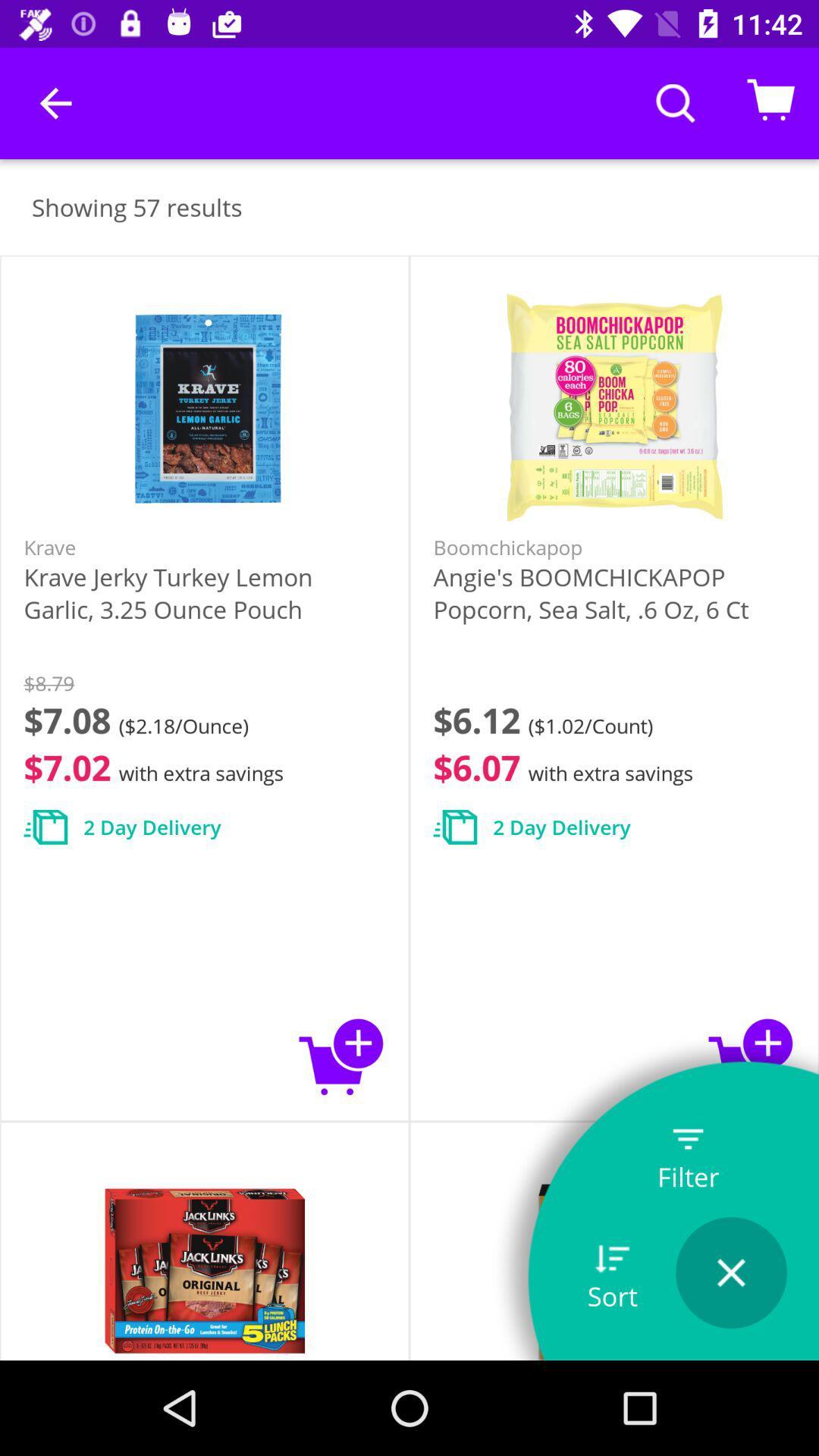 This screenshot has width=819, height=1456. I want to click on page, so click(730, 1272).